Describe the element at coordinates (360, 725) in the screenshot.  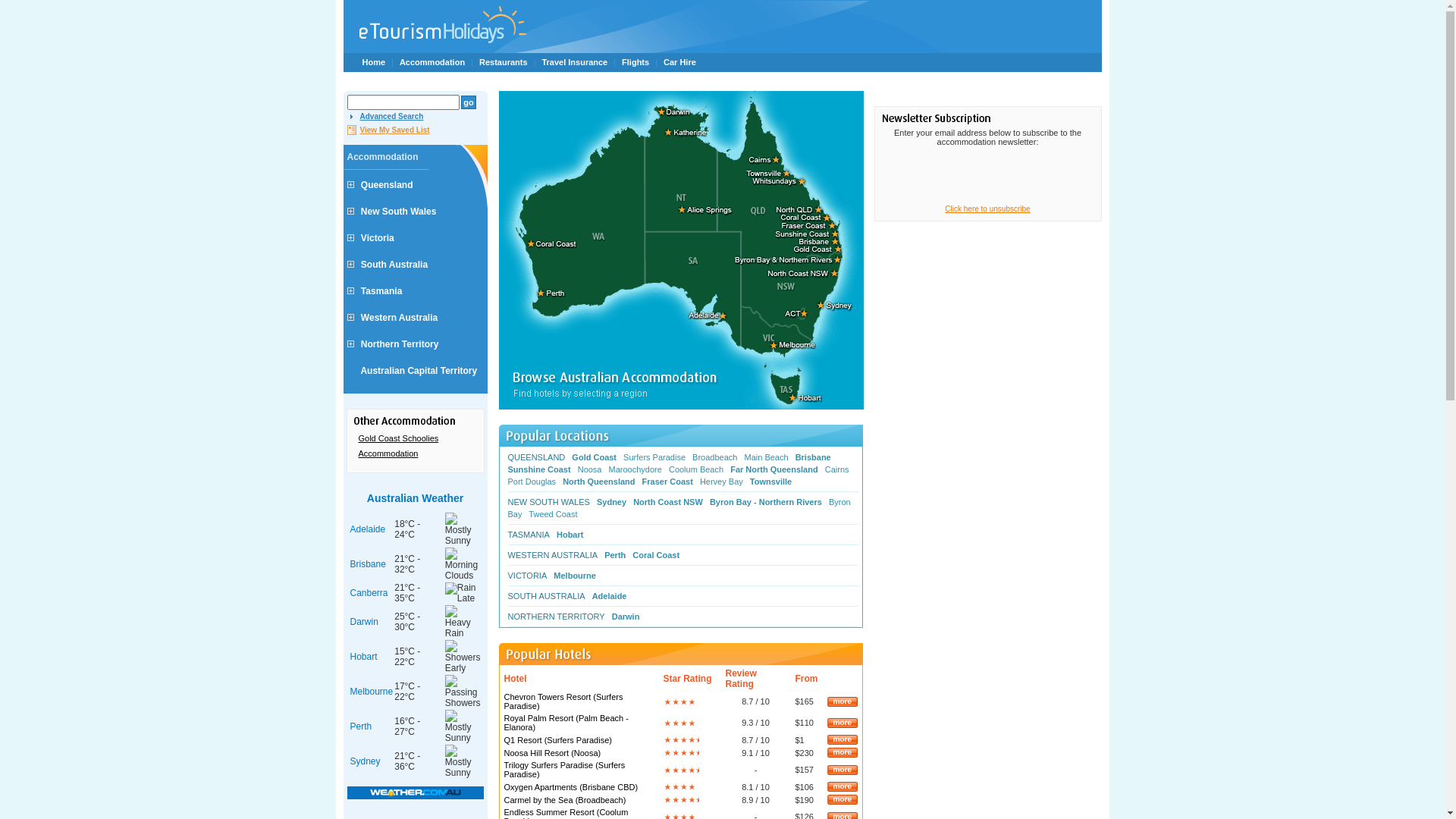
I see `'Perth'` at that location.